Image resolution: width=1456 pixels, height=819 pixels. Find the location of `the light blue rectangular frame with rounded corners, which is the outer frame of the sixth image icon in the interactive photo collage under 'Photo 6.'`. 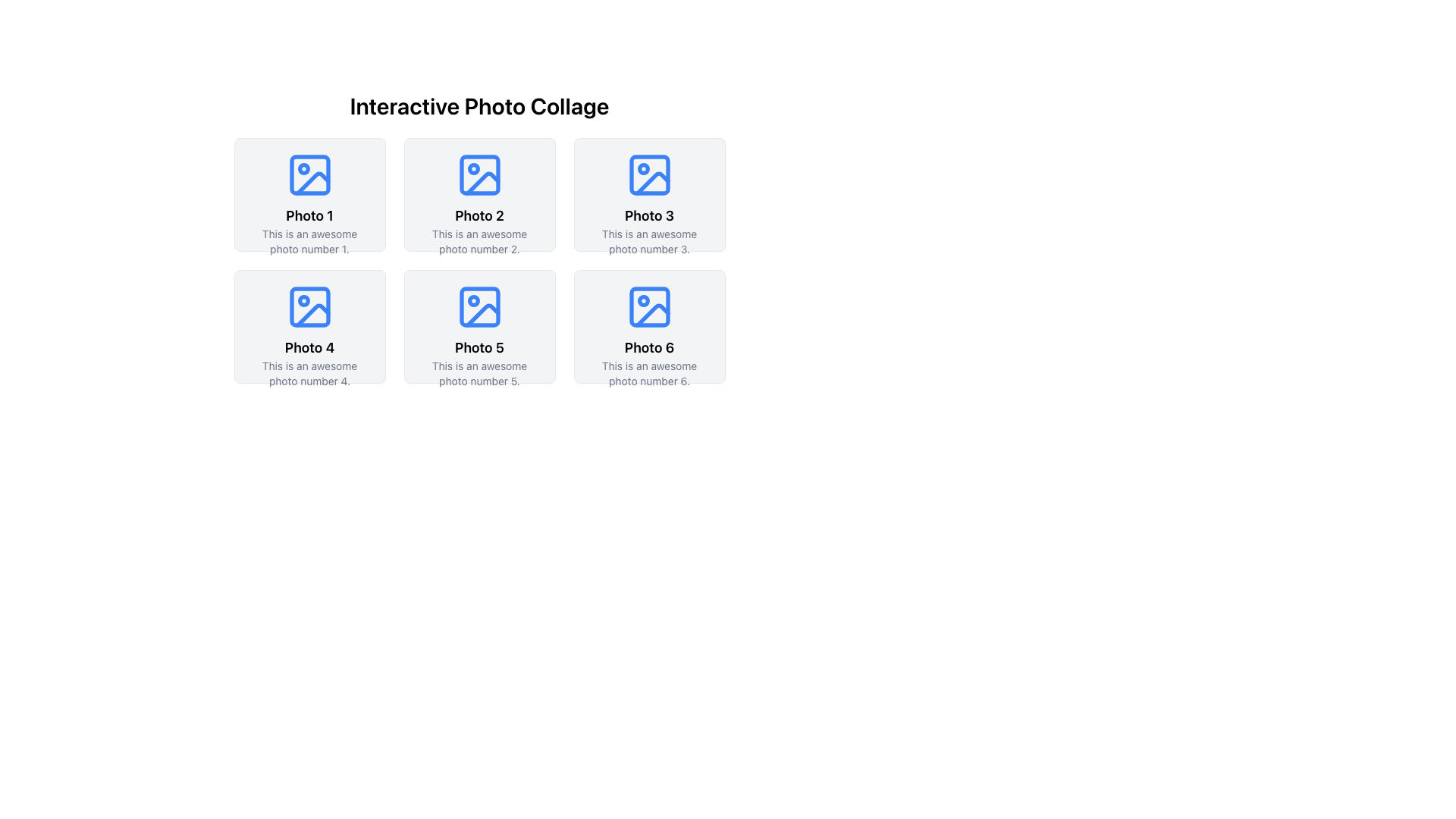

the light blue rectangular frame with rounded corners, which is the outer frame of the sixth image icon in the interactive photo collage under 'Photo 6.' is located at coordinates (649, 307).